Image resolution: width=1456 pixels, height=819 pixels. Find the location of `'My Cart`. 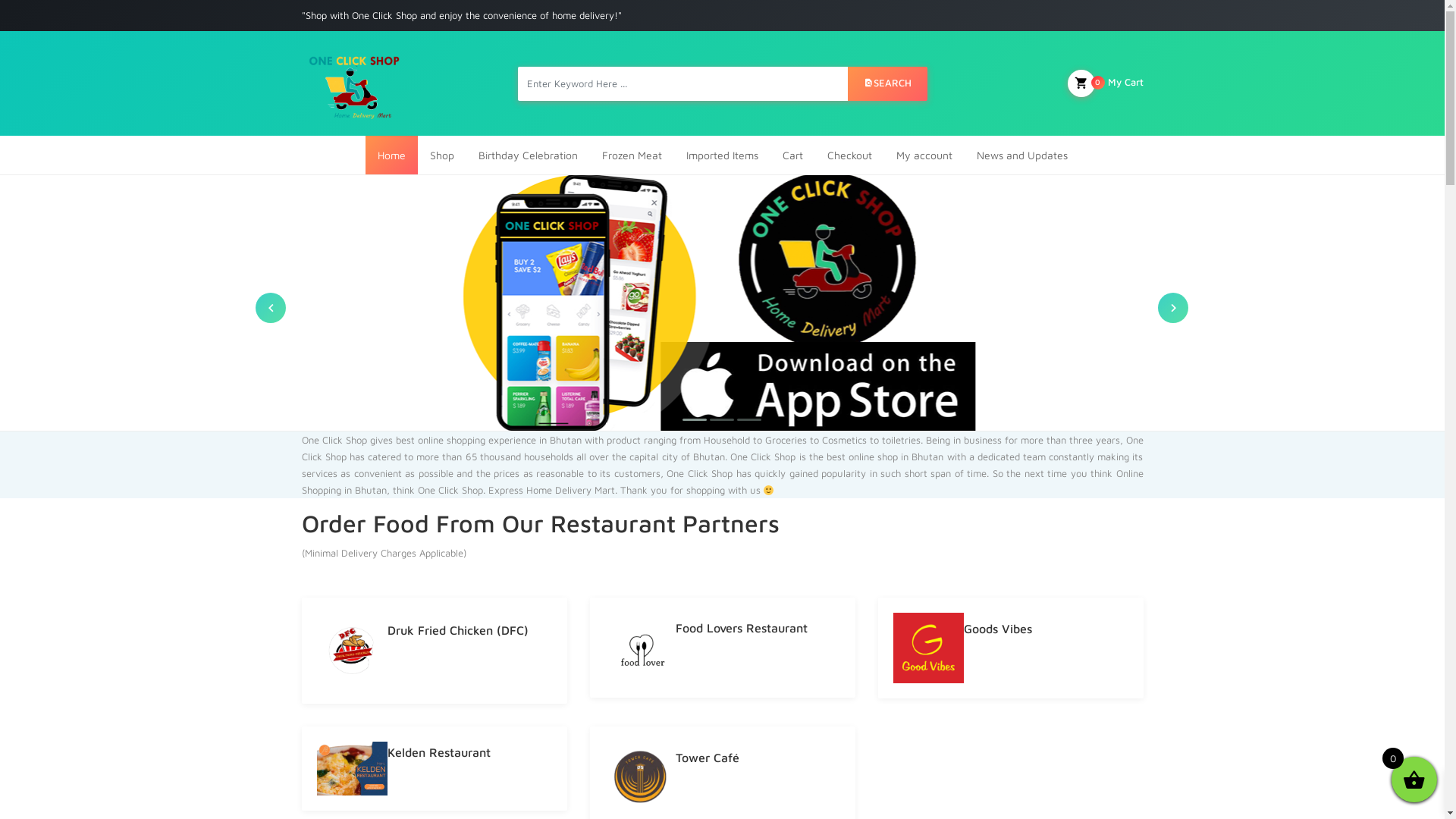

'My Cart is located at coordinates (1106, 83).